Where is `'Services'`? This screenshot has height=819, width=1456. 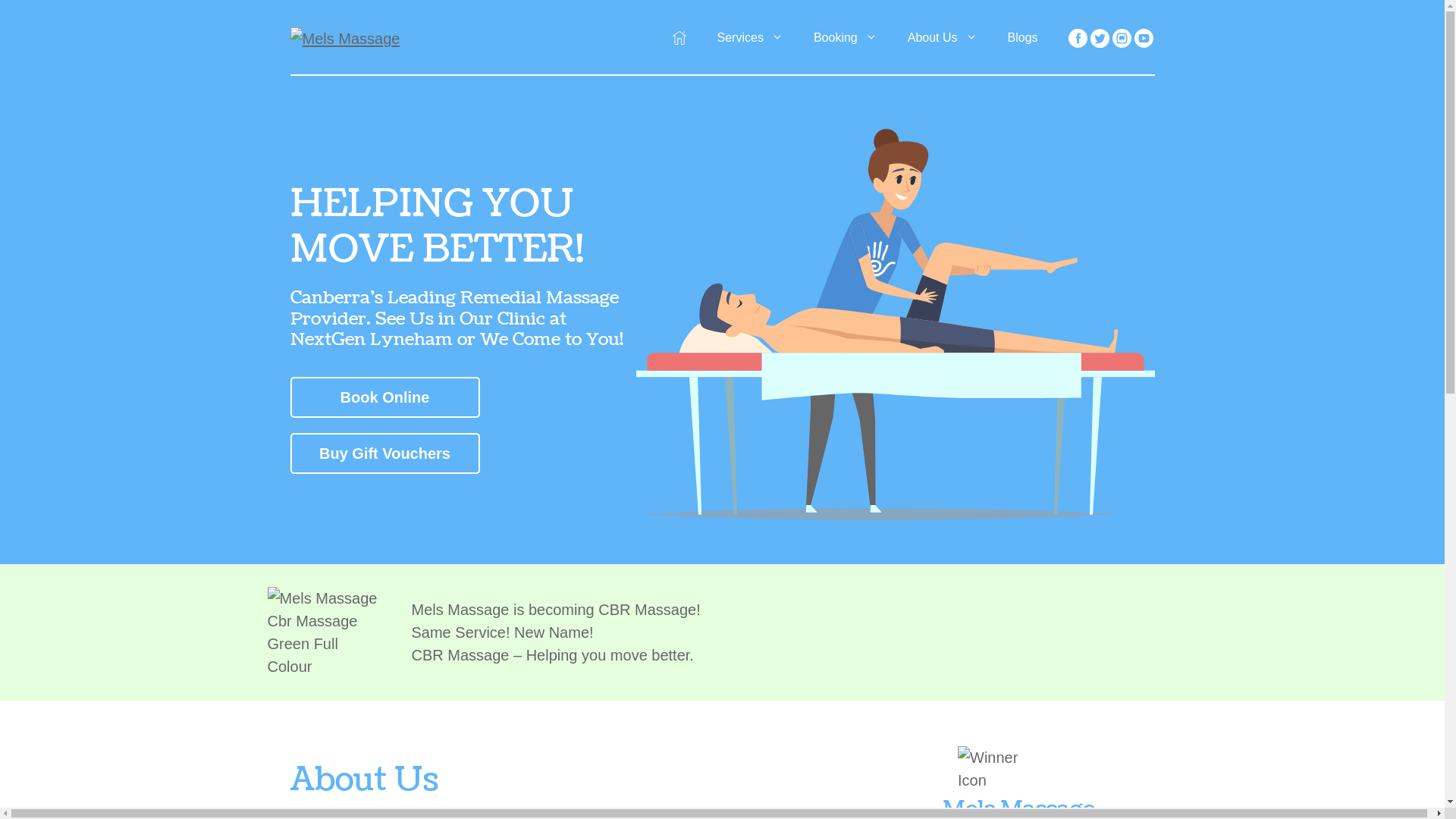
'Services' is located at coordinates (750, 37).